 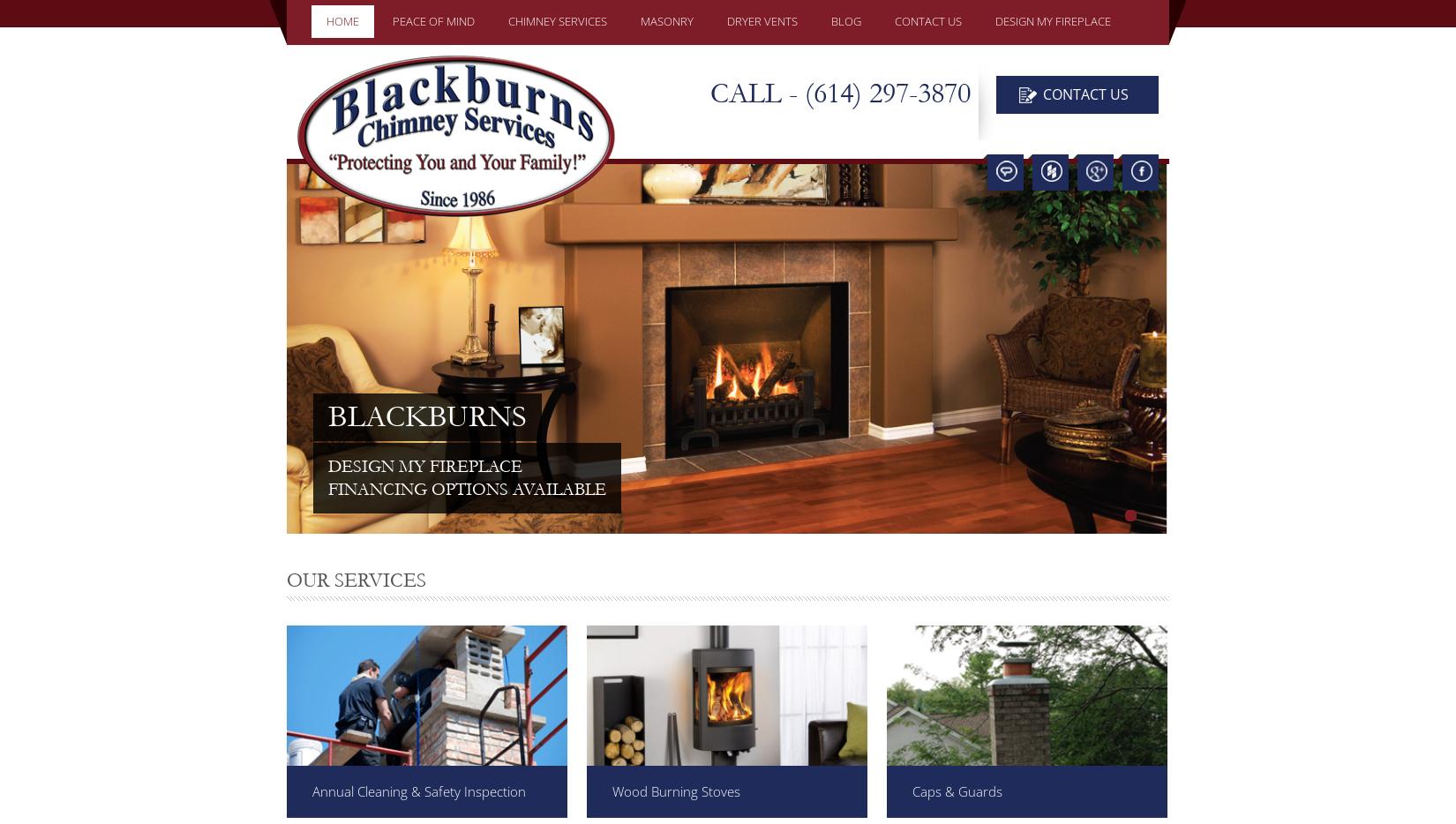 What do you see at coordinates (342, 20) in the screenshot?
I see `'HOME'` at bounding box center [342, 20].